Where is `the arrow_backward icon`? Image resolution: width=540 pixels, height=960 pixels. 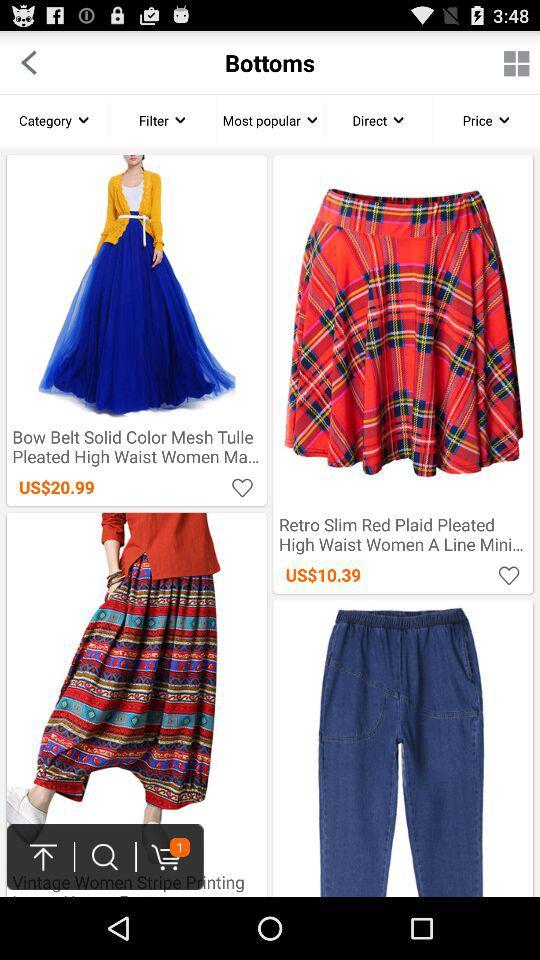
the arrow_backward icon is located at coordinates (27, 67).